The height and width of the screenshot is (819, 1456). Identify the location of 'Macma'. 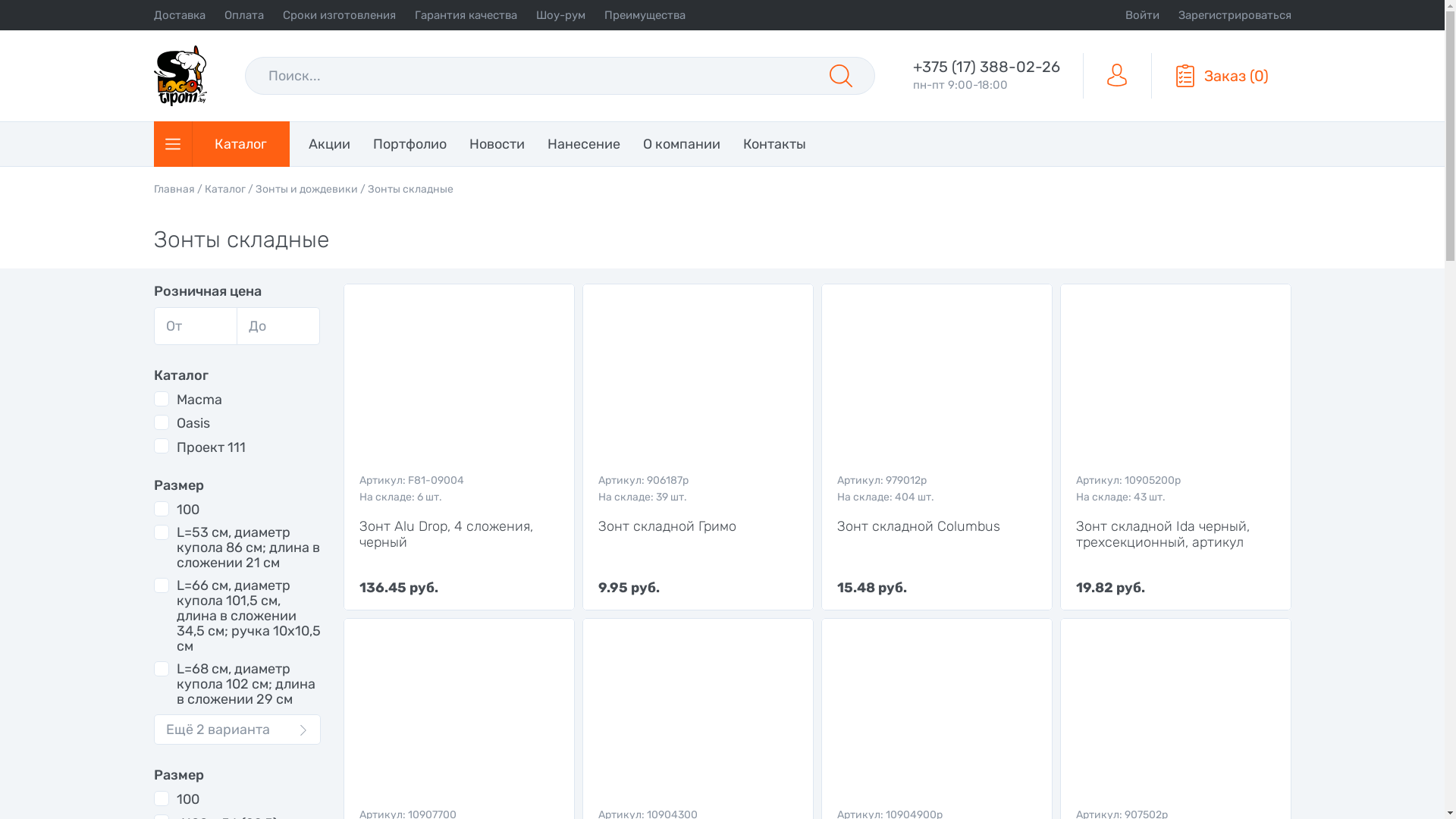
(186, 398).